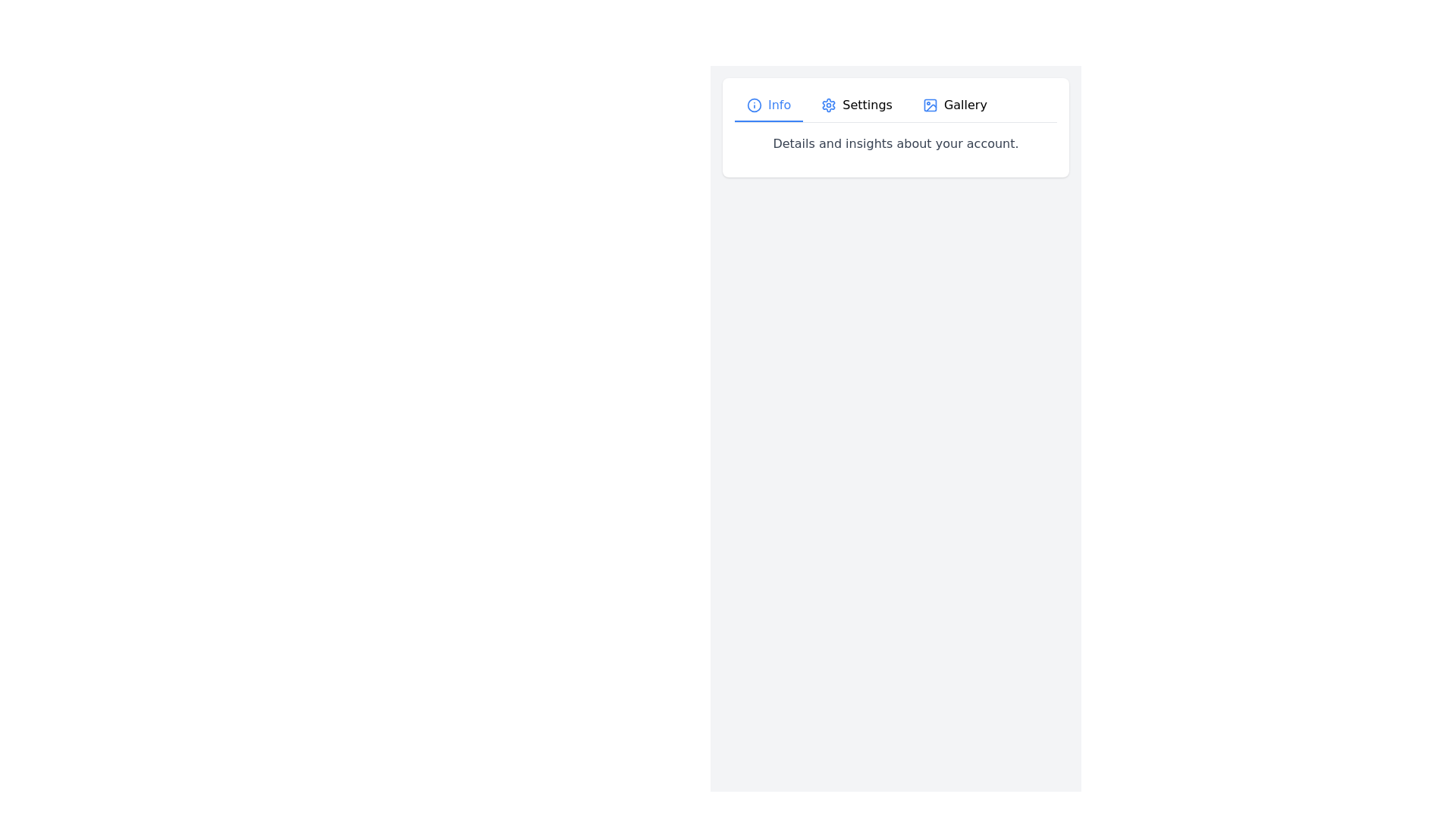 The height and width of the screenshot is (819, 1456). Describe the element at coordinates (754, 104) in the screenshot. I see `the information icon, which is a blue circular outline with a dot and vertical line, located to the left of the 'Info' tab in the navigation bar` at that location.